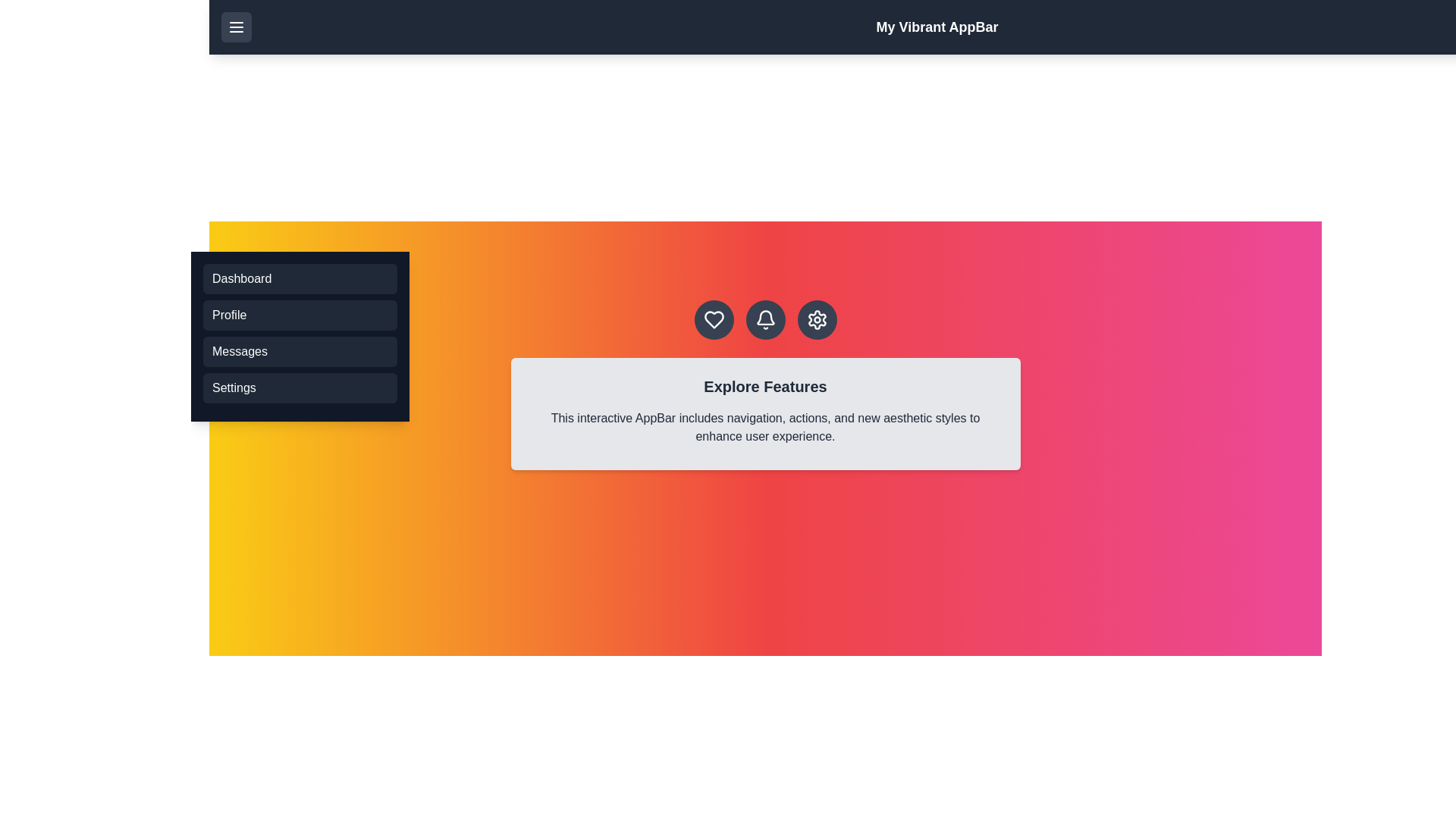  I want to click on the menu option Profile from the menu list, so click(300, 315).